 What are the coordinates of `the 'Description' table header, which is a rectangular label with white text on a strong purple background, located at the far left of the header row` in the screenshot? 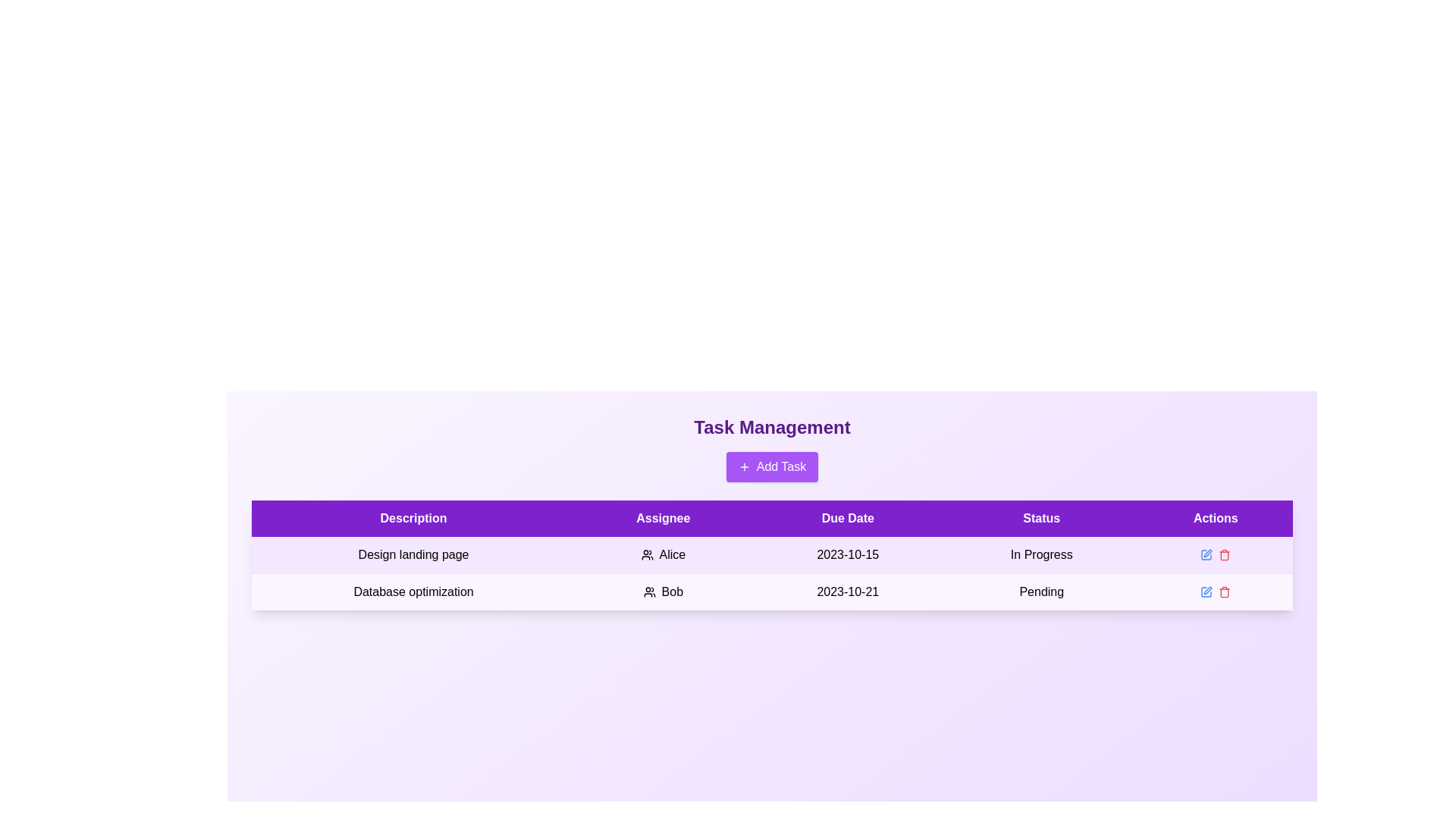 It's located at (413, 517).